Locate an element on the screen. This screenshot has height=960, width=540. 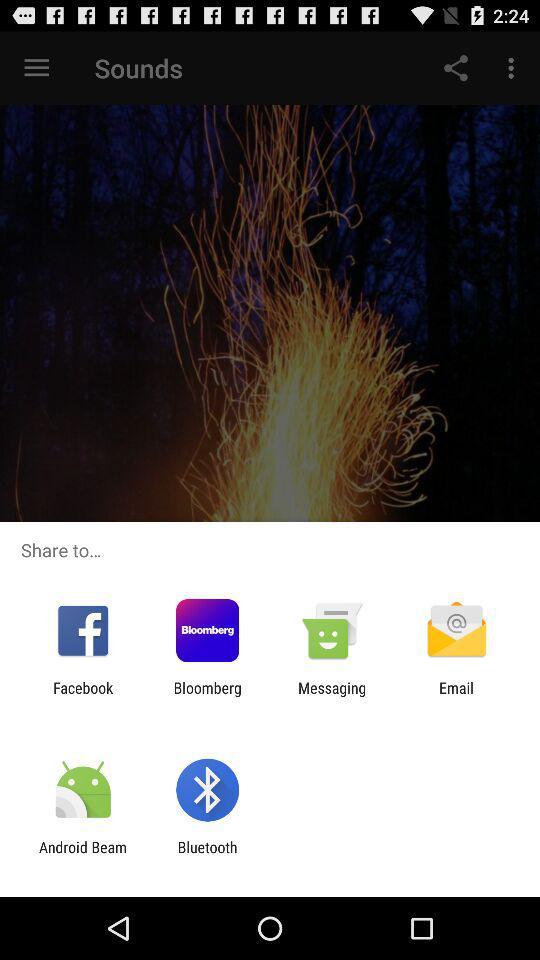
icon next to the bluetooth is located at coordinates (82, 855).